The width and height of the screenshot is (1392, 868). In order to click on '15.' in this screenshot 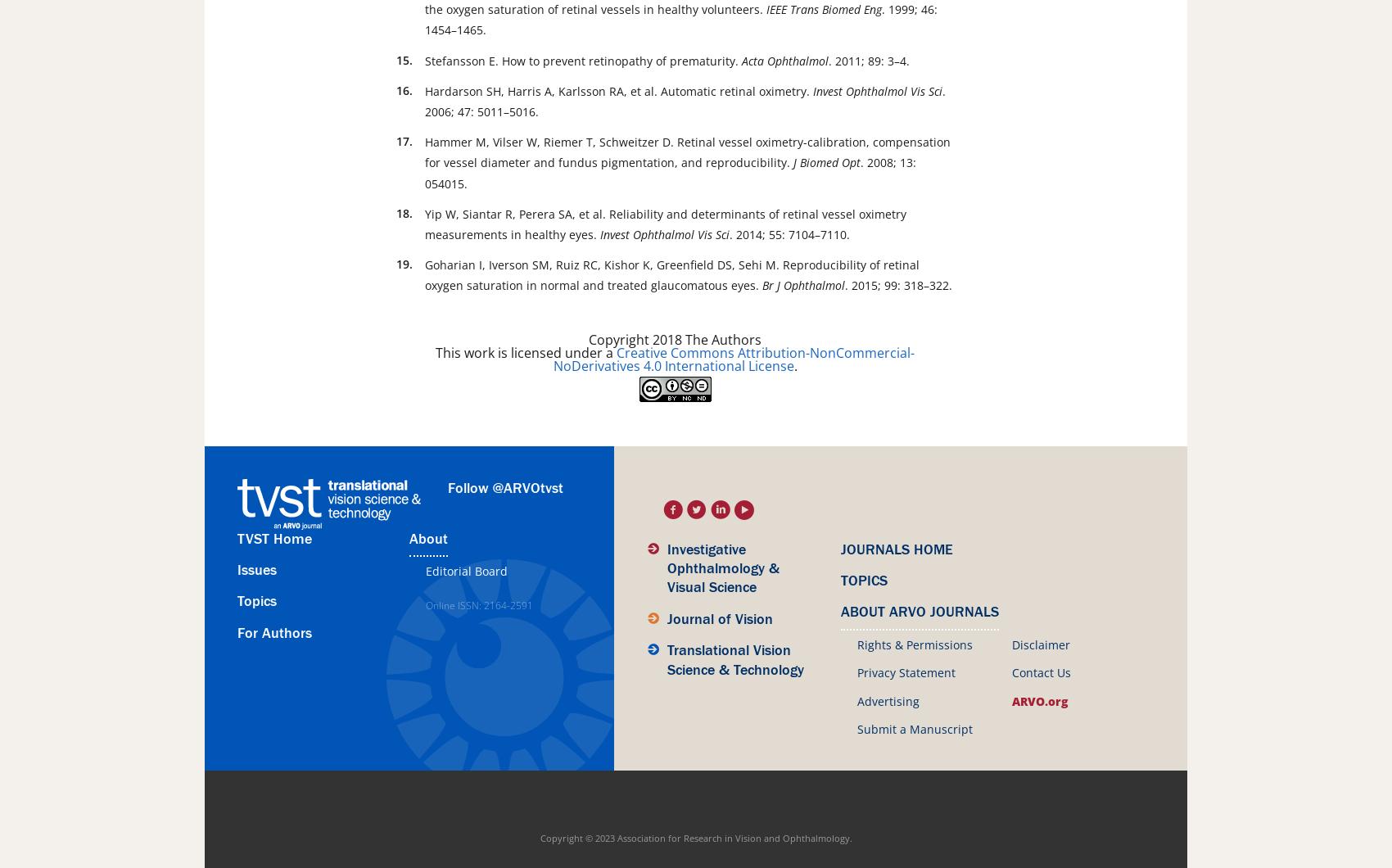, I will do `click(404, 59)`.